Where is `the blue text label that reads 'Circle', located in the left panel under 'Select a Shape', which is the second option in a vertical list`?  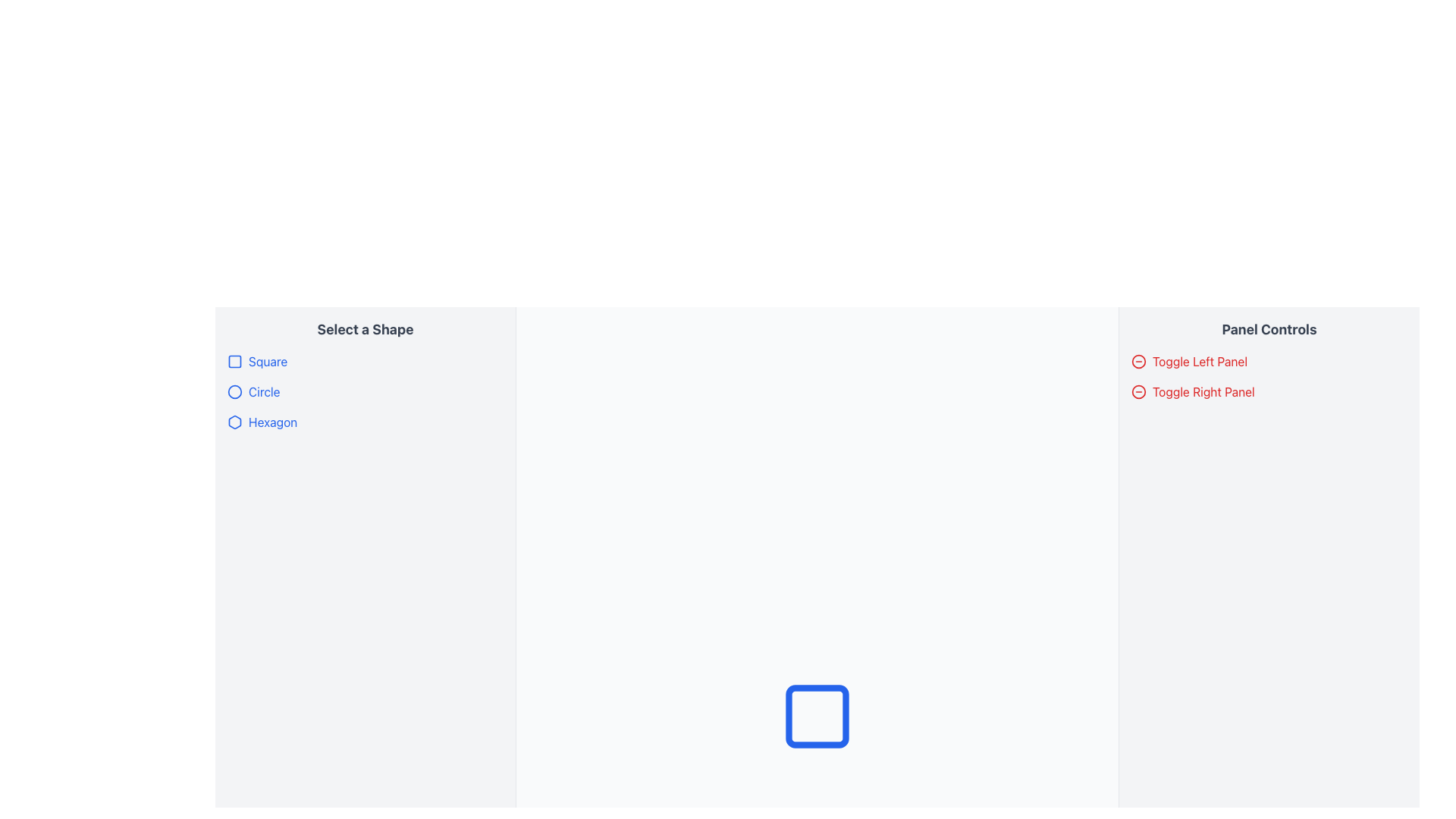 the blue text label that reads 'Circle', located in the left panel under 'Select a Shape', which is the second option in a vertical list is located at coordinates (264, 391).